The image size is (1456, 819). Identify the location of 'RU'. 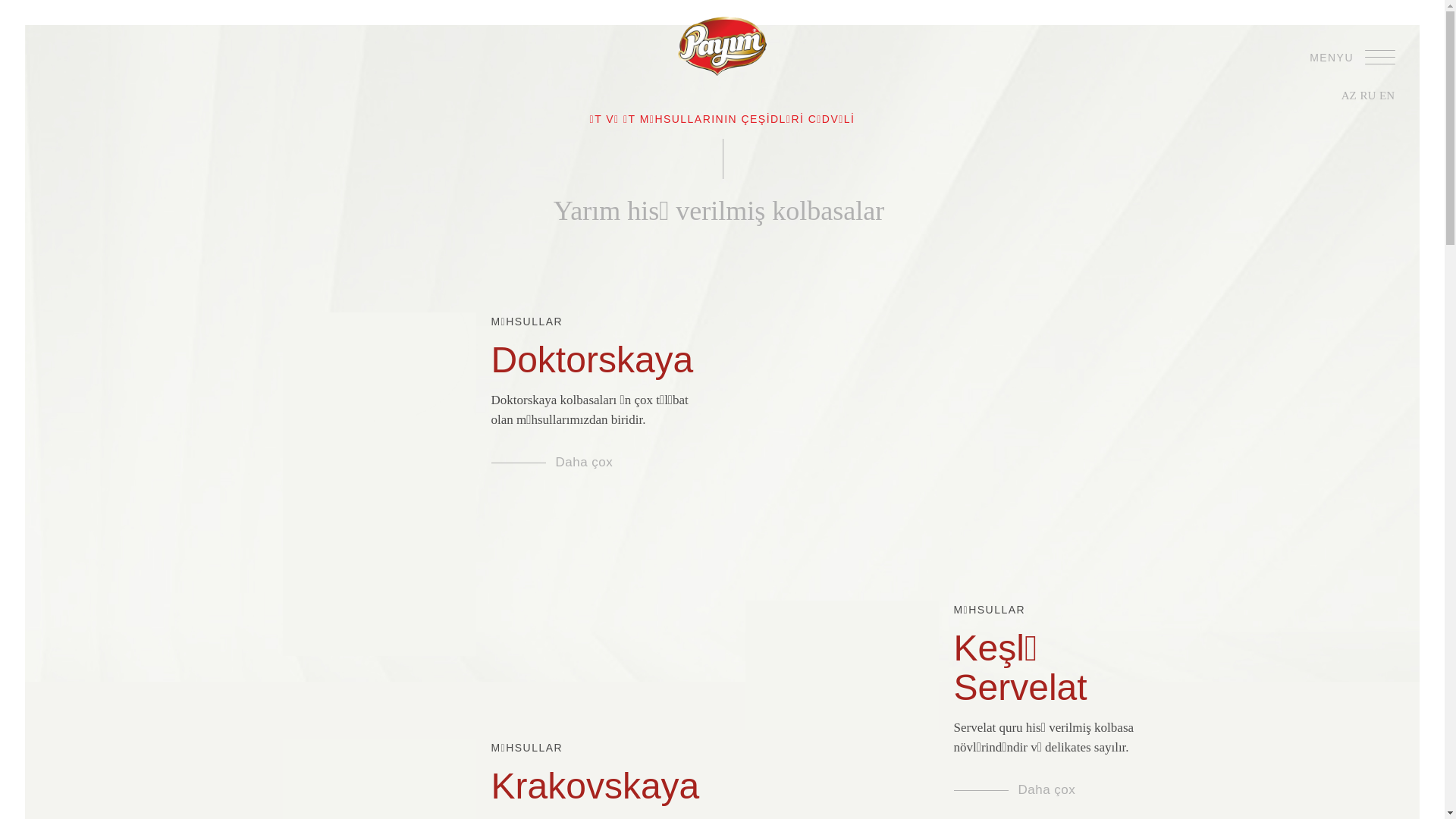
(1367, 96).